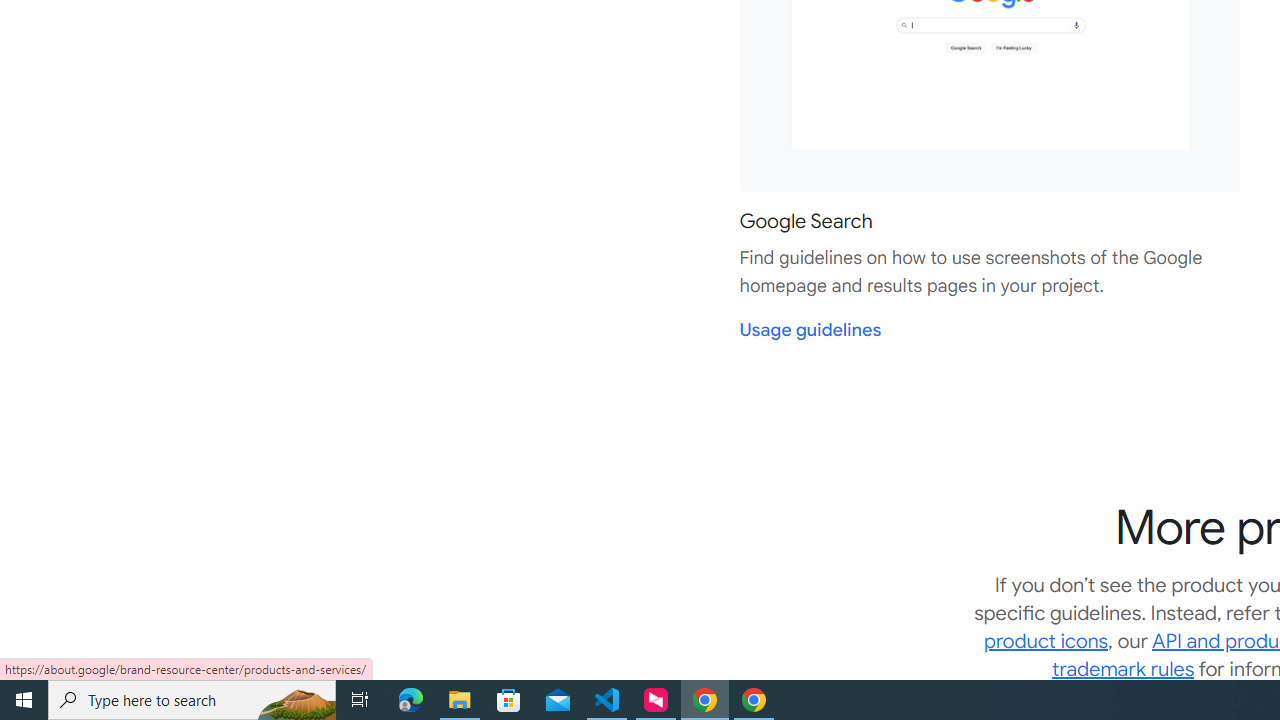 Image resolution: width=1280 pixels, height=720 pixels. Describe the element at coordinates (1123, 669) in the screenshot. I see `'trademark rules'` at that location.